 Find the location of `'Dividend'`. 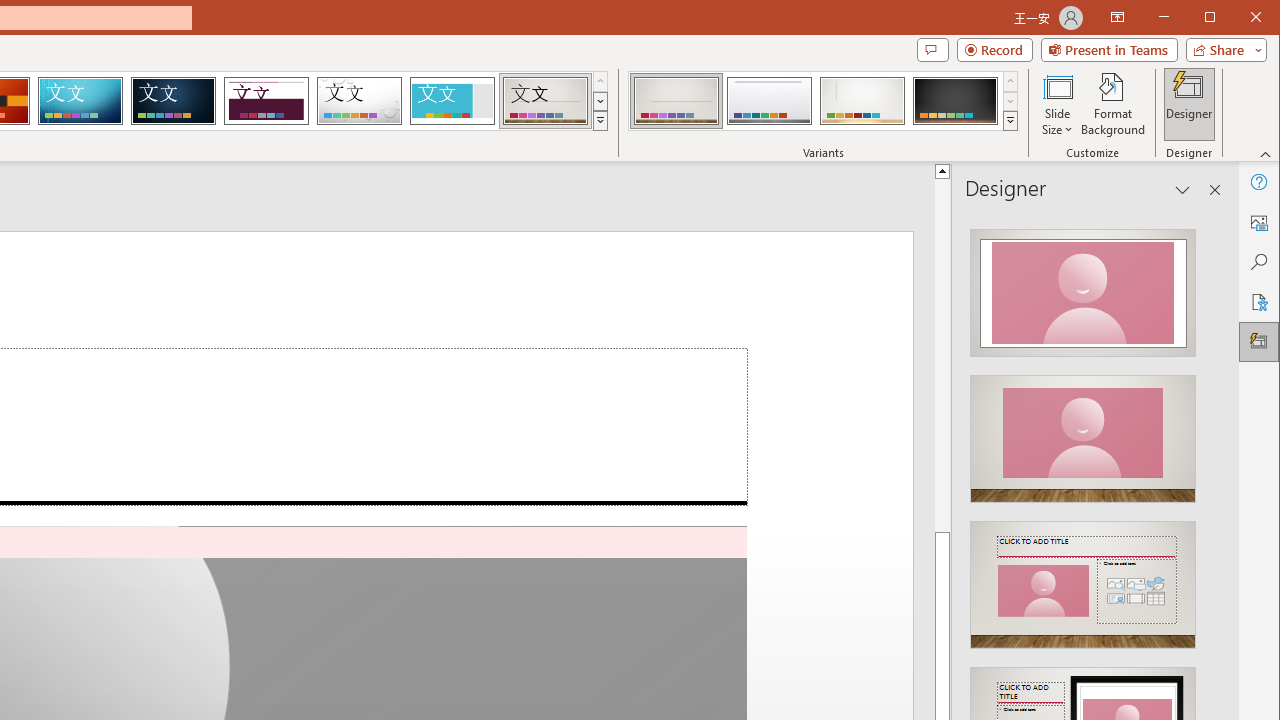

'Dividend' is located at coordinates (265, 100).